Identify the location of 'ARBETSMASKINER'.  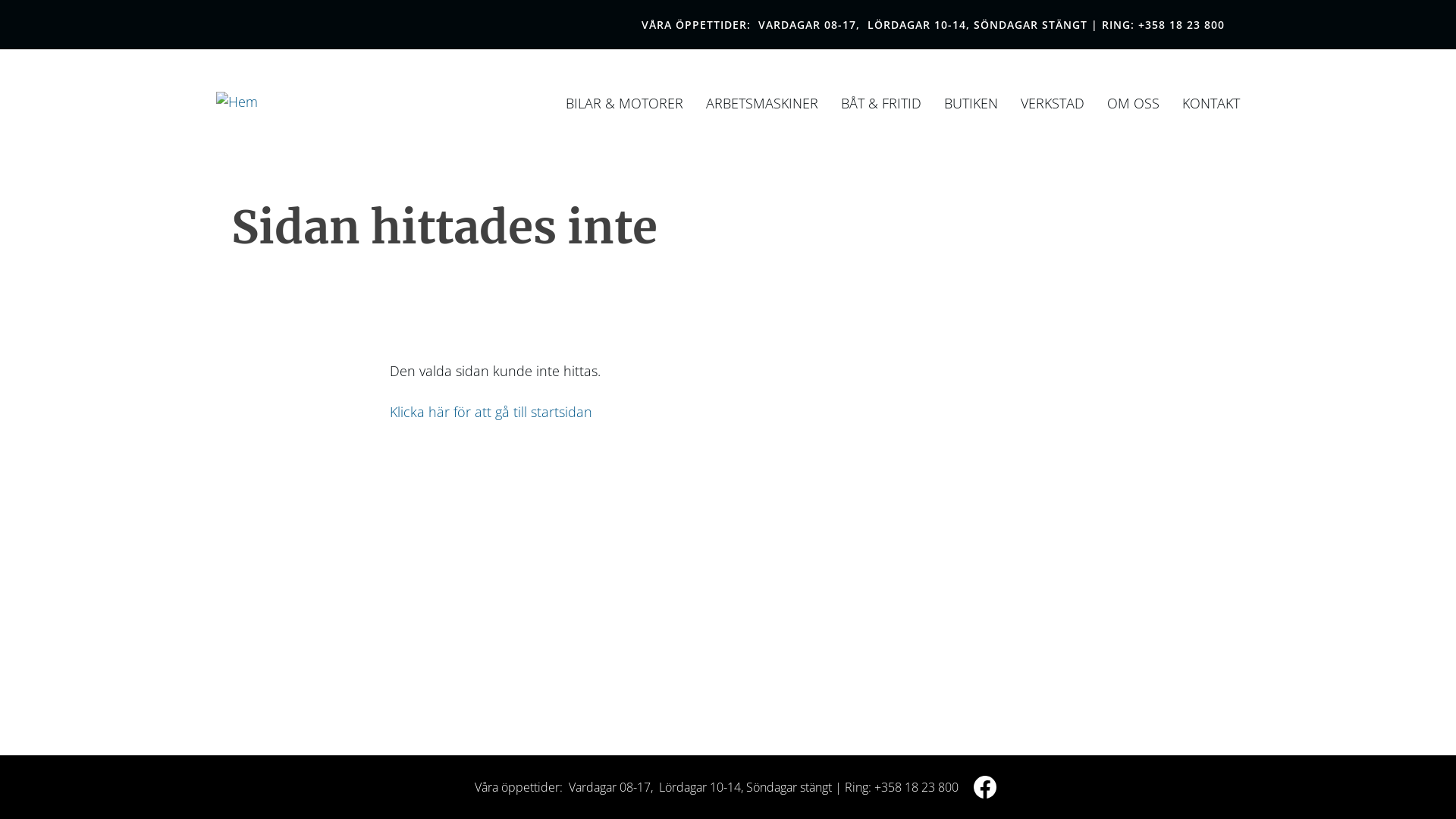
(761, 102).